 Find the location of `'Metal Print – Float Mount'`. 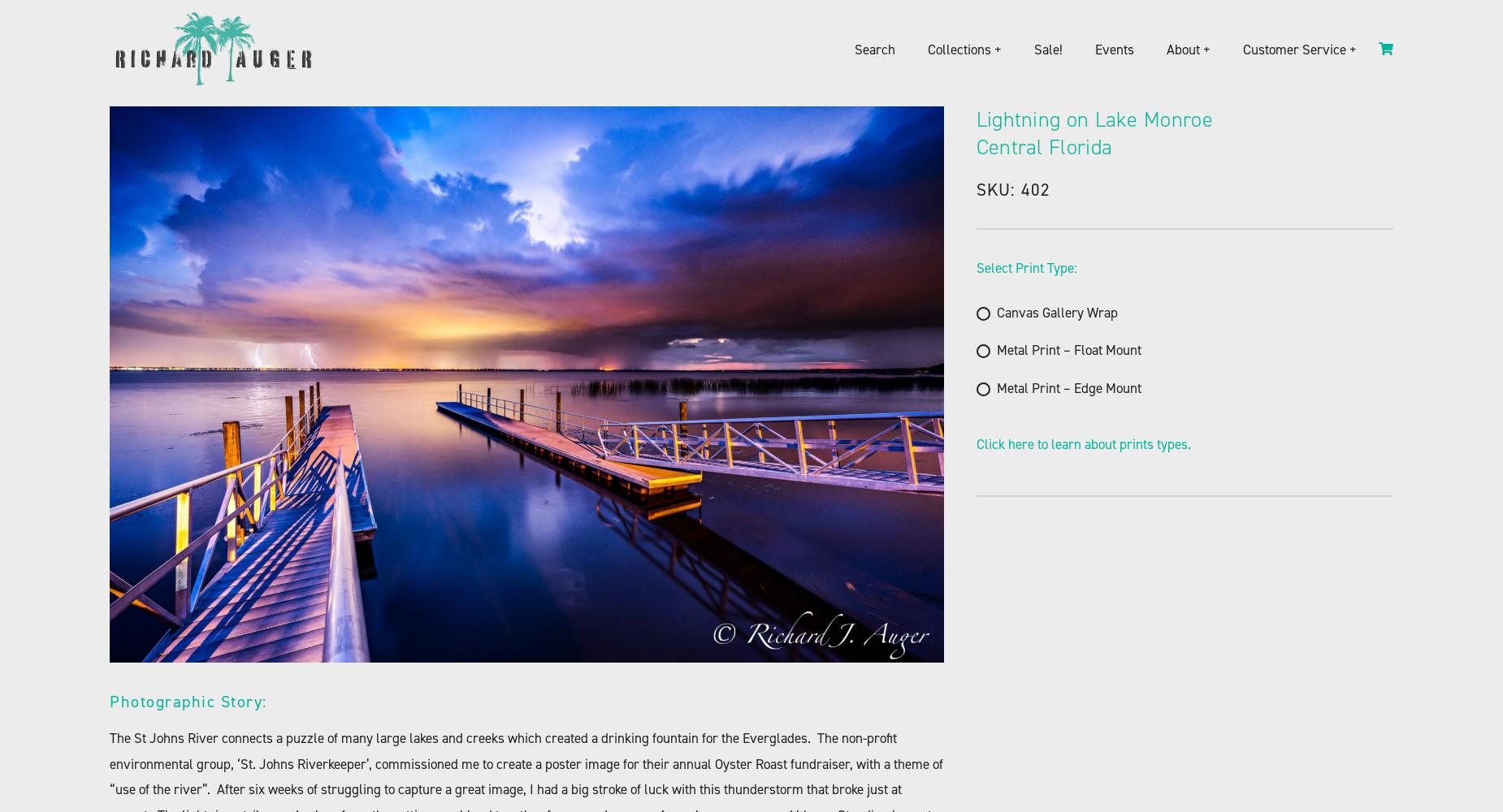

'Metal Print – Float Mount' is located at coordinates (1068, 350).